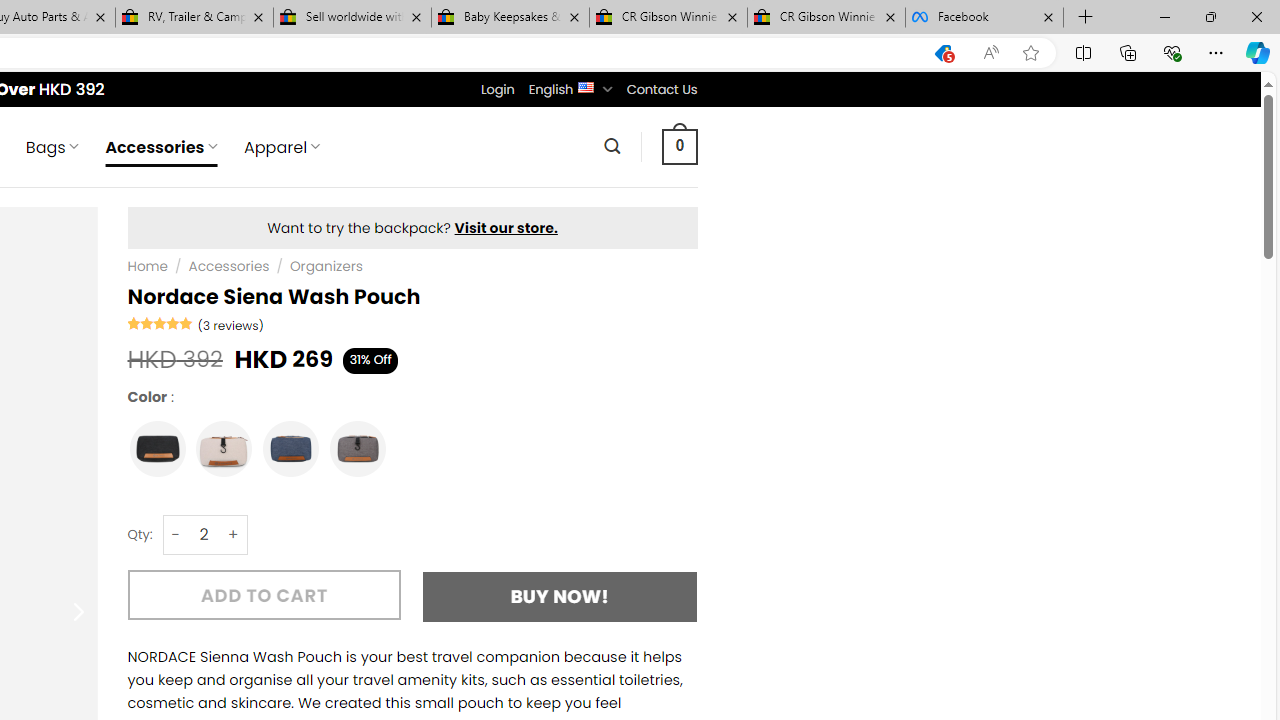 The width and height of the screenshot is (1280, 720). I want to click on 'Contact Us', so click(661, 88).